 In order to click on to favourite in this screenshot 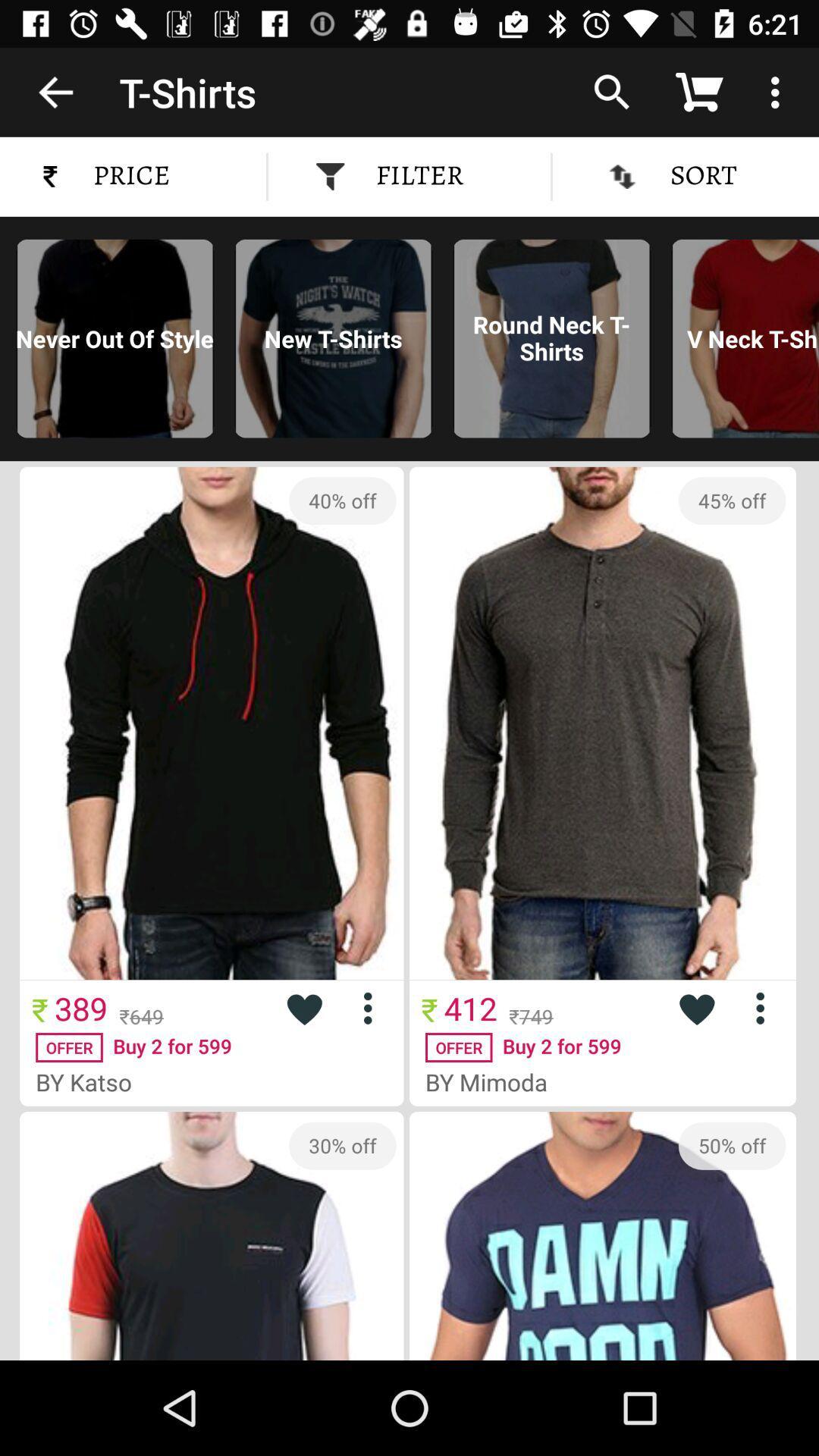, I will do `click(304, 1008)`.